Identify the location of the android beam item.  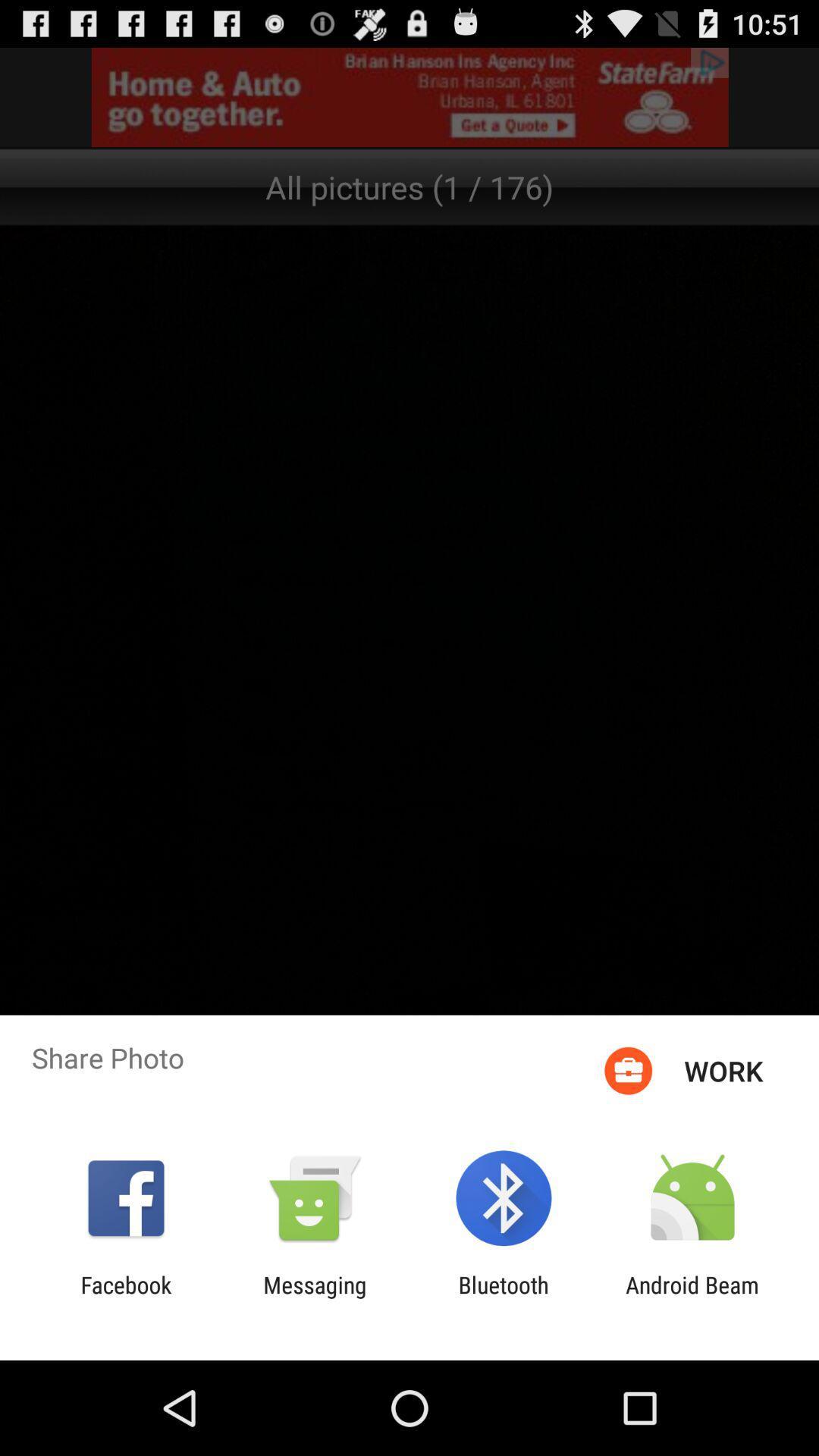
(692, 1298).